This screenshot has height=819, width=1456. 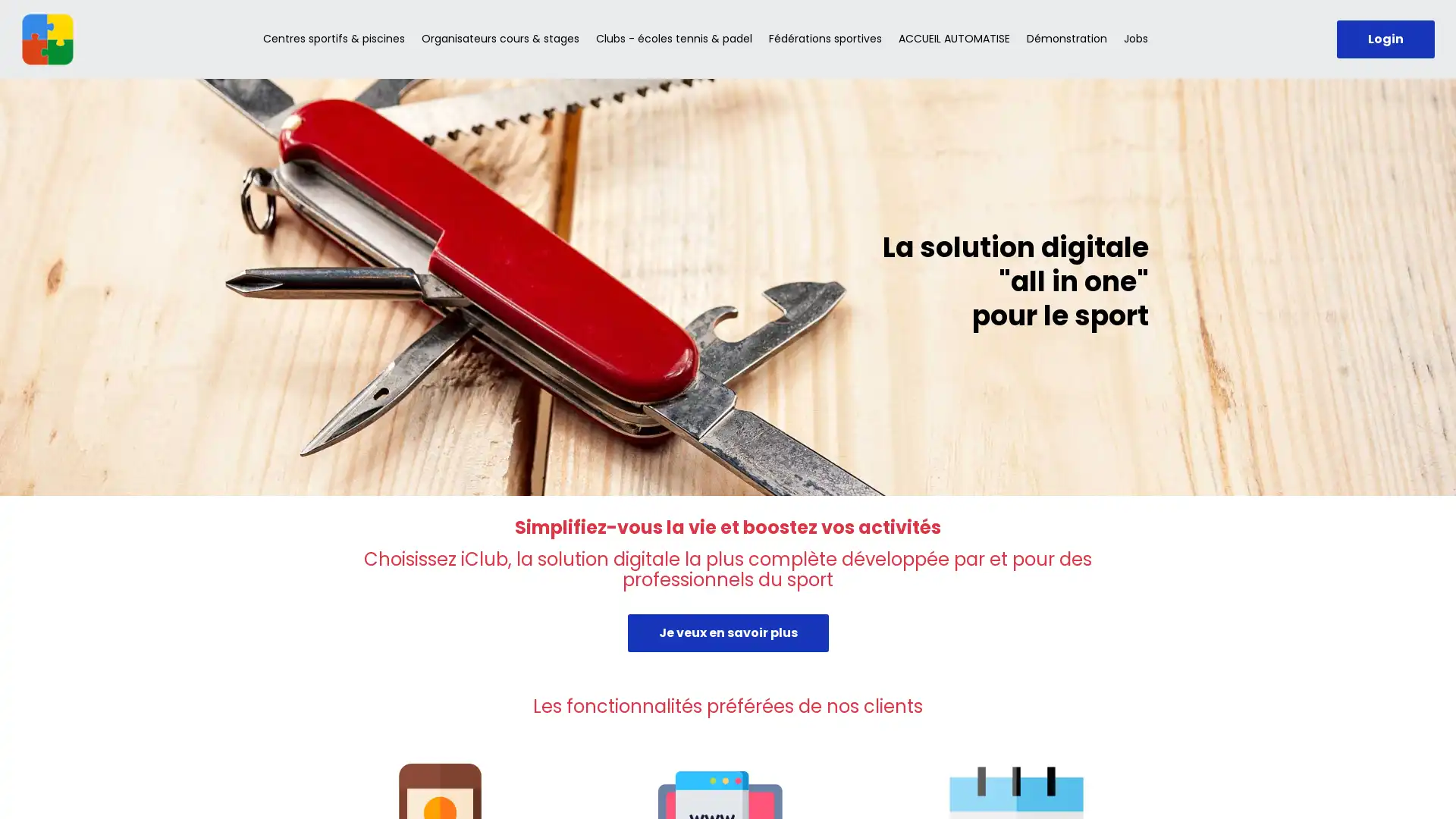 I want to click on Clubs - ecoles tennis & padel, so click(x=673, y=38).